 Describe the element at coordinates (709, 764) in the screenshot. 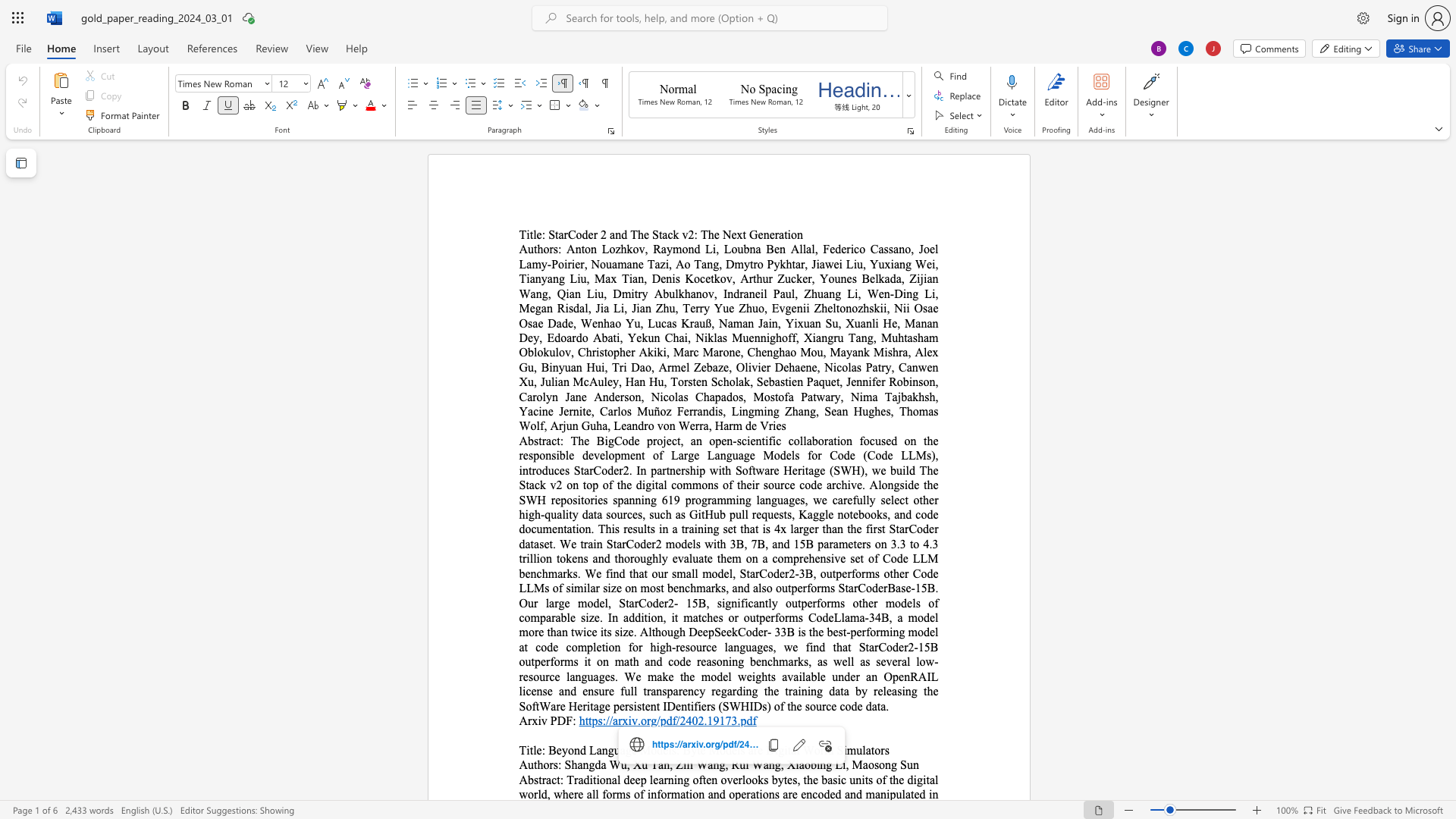

I see `the 1th character "a" in the text` at that location.